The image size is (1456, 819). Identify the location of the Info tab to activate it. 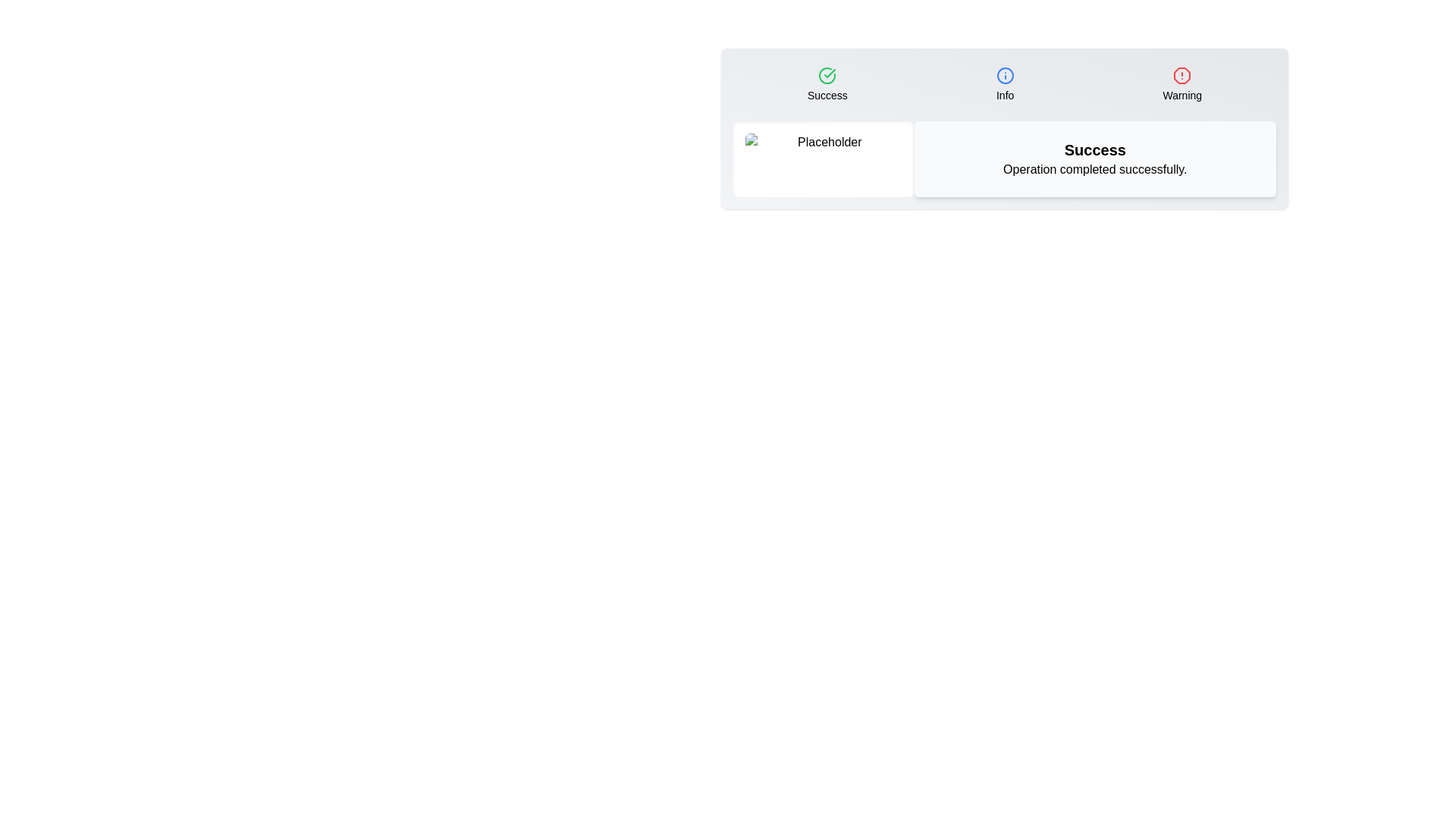
(1004, 84).